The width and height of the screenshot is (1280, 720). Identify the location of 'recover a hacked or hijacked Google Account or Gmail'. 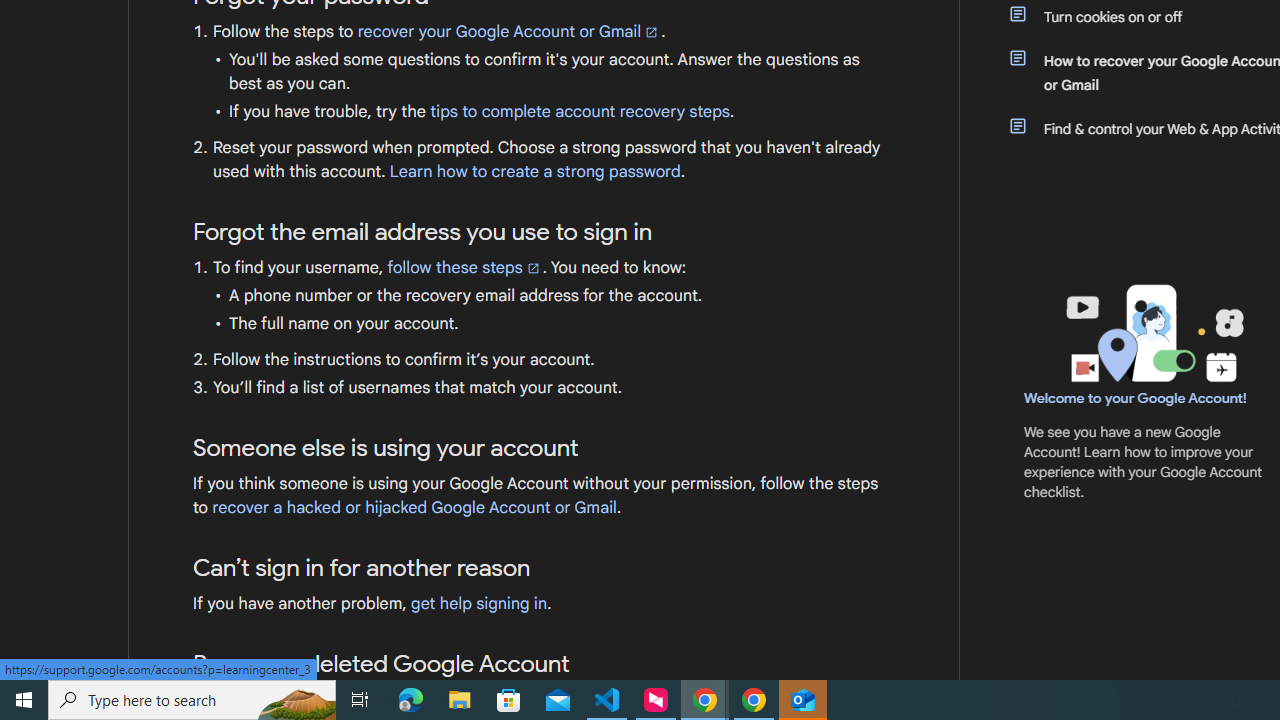
(413, 506).